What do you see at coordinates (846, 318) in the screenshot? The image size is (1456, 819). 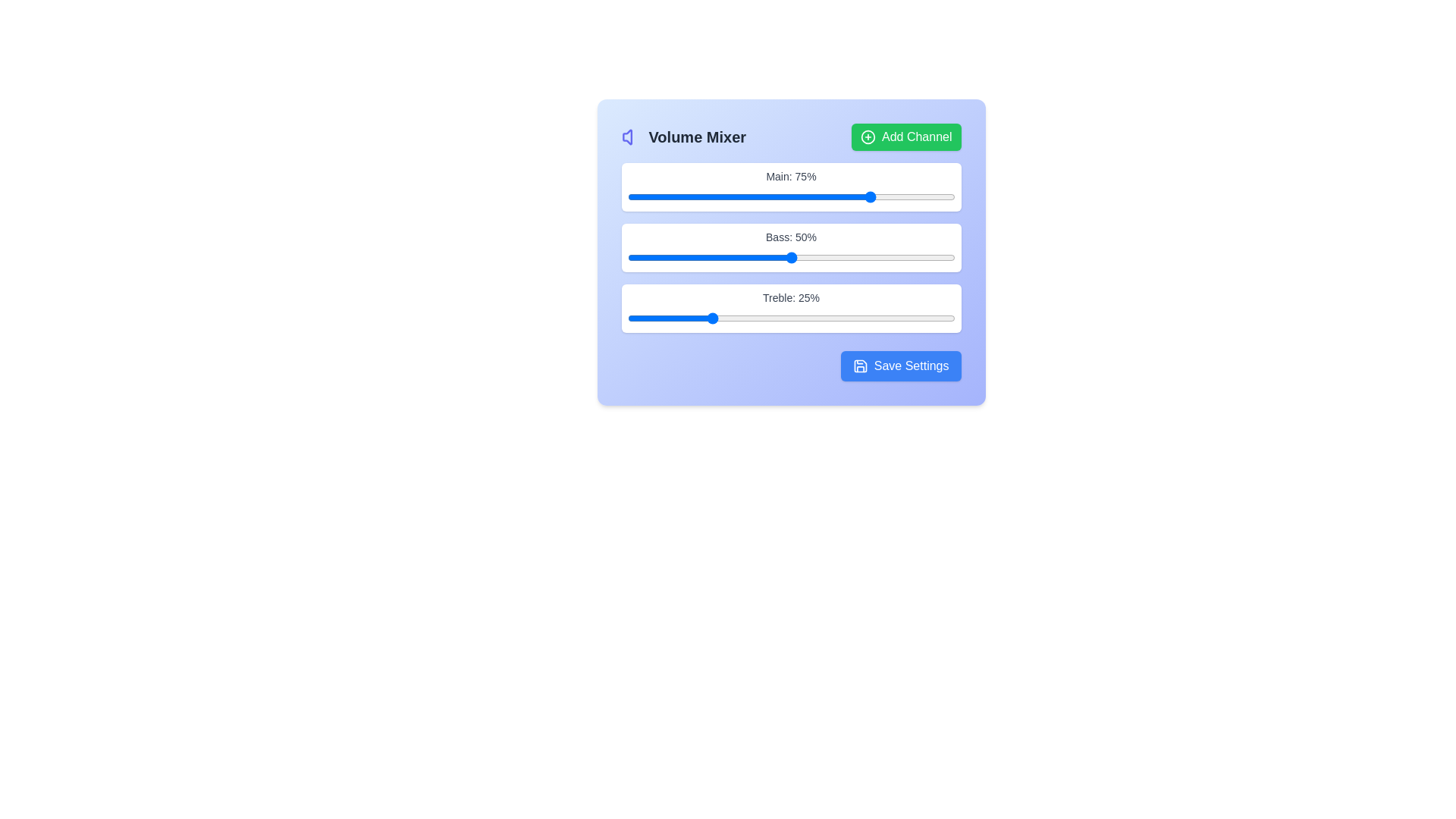 I see `treble` at bounding box center [846, 318].